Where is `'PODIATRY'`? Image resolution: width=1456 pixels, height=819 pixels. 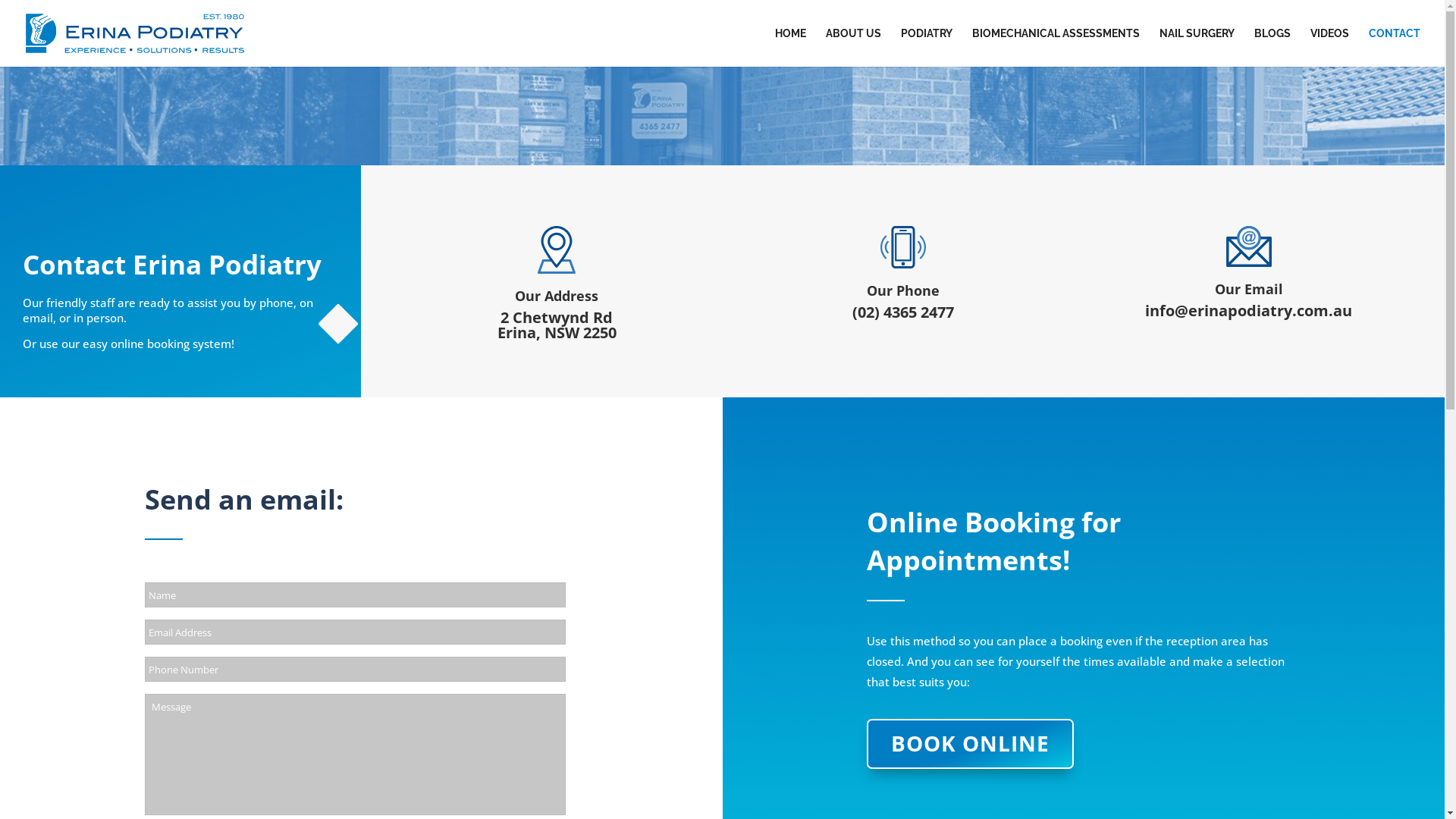 'PODIATRY' is located at coordinates (926, 46).